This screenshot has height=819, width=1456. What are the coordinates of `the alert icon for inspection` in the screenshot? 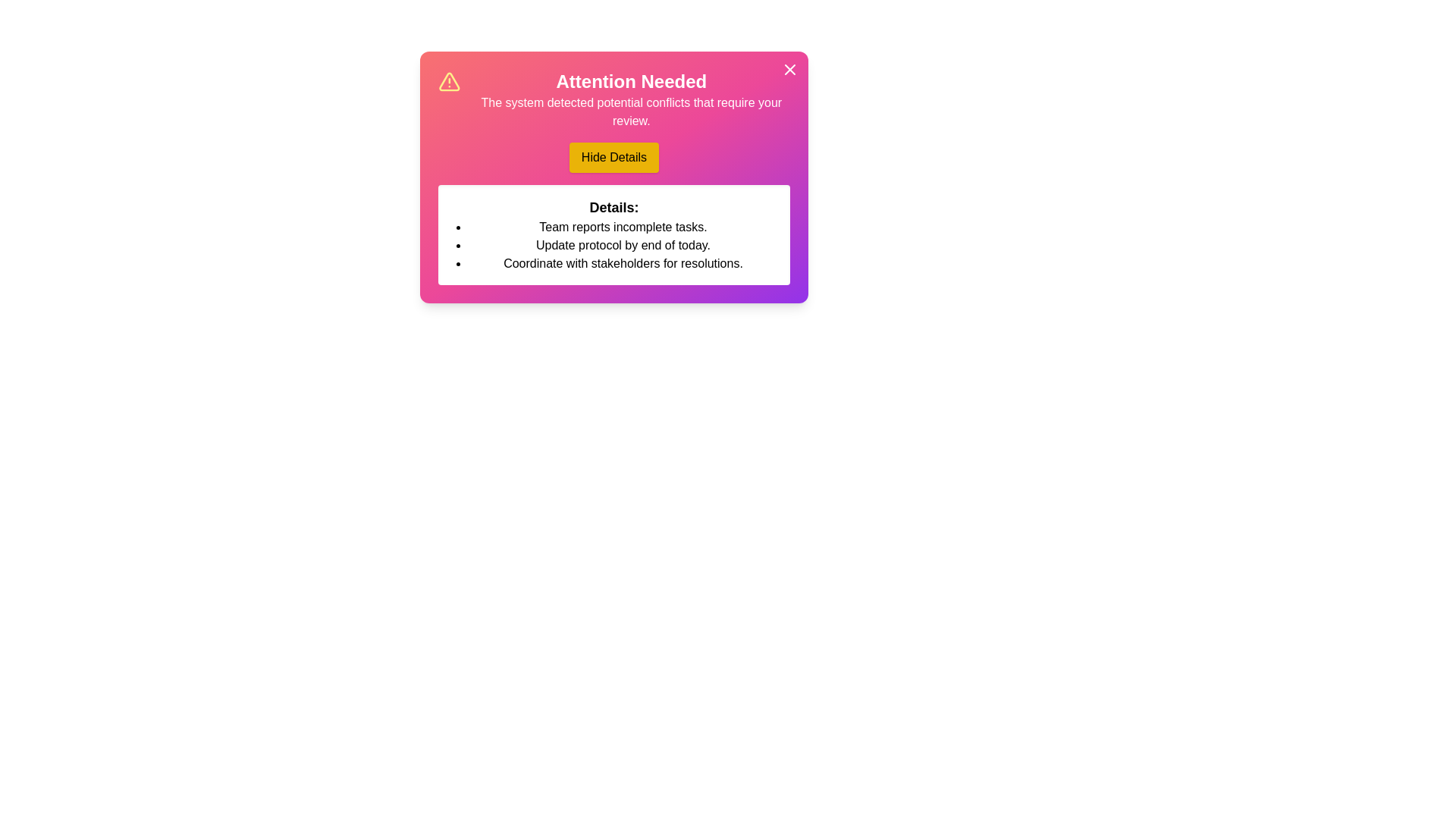 It's located at (447, 82).